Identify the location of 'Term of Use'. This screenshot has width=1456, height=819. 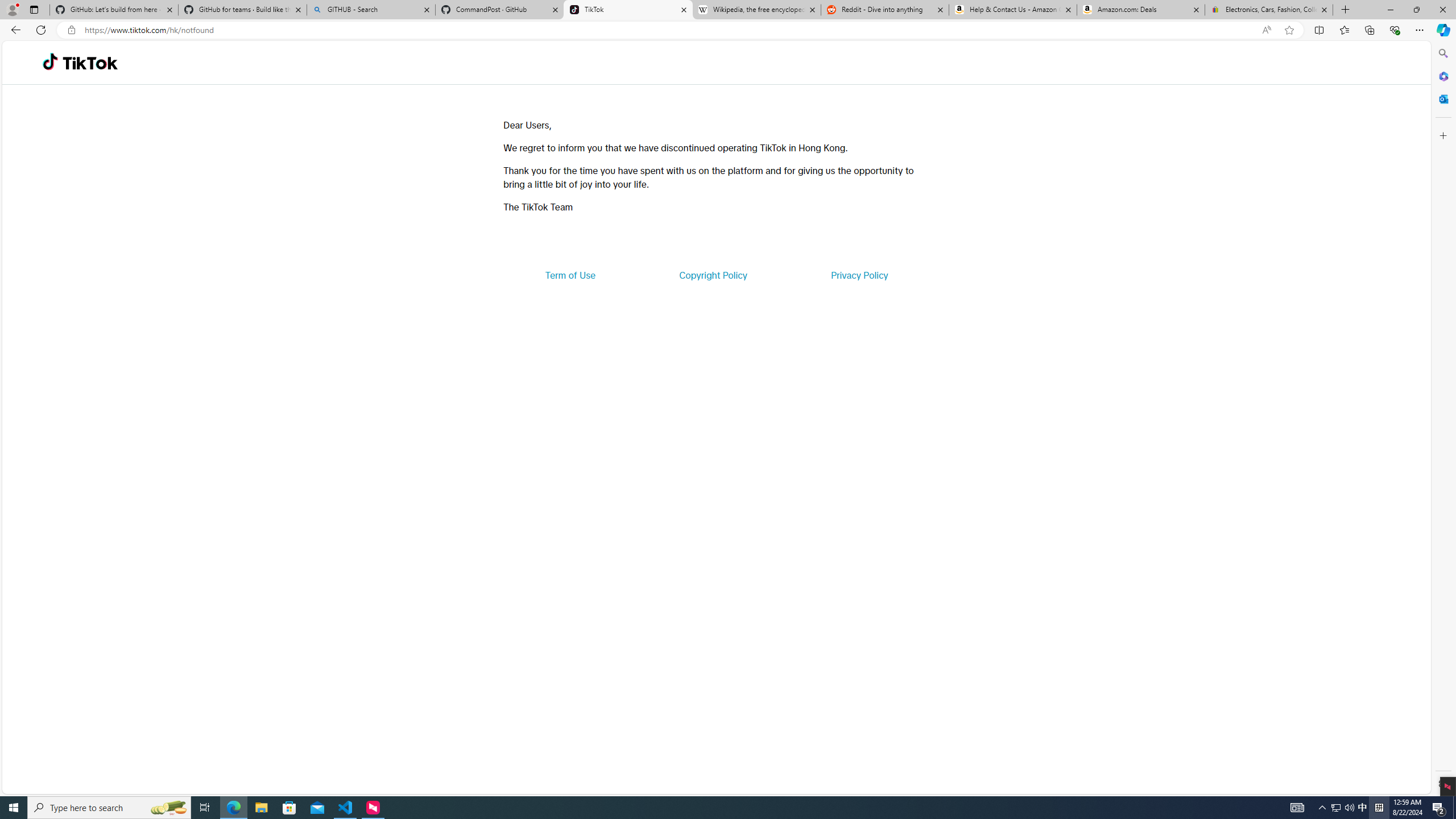
(570, 274).